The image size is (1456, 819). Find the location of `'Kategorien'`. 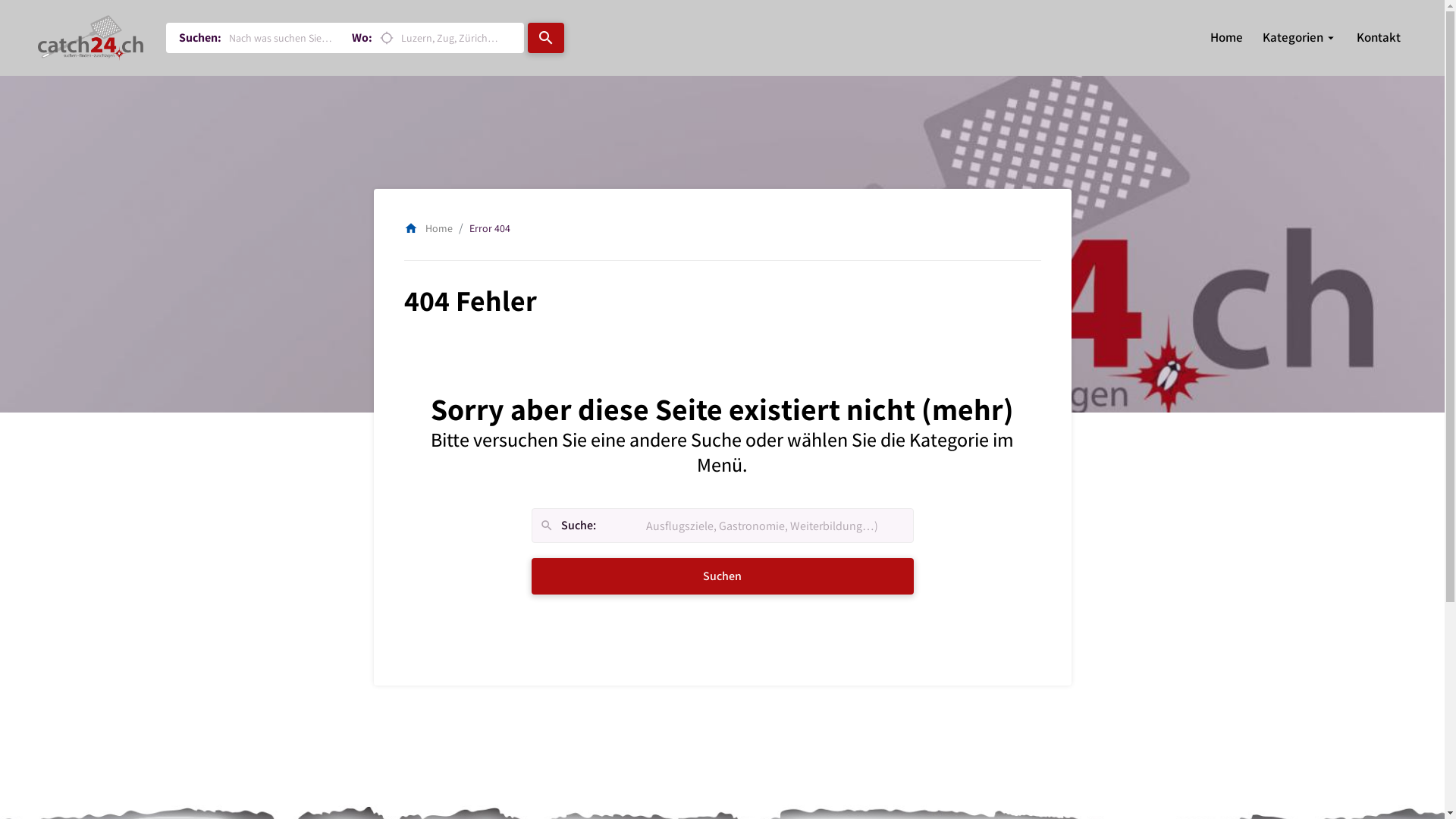

'Kategorien' is located at coordinates (1291, 37).